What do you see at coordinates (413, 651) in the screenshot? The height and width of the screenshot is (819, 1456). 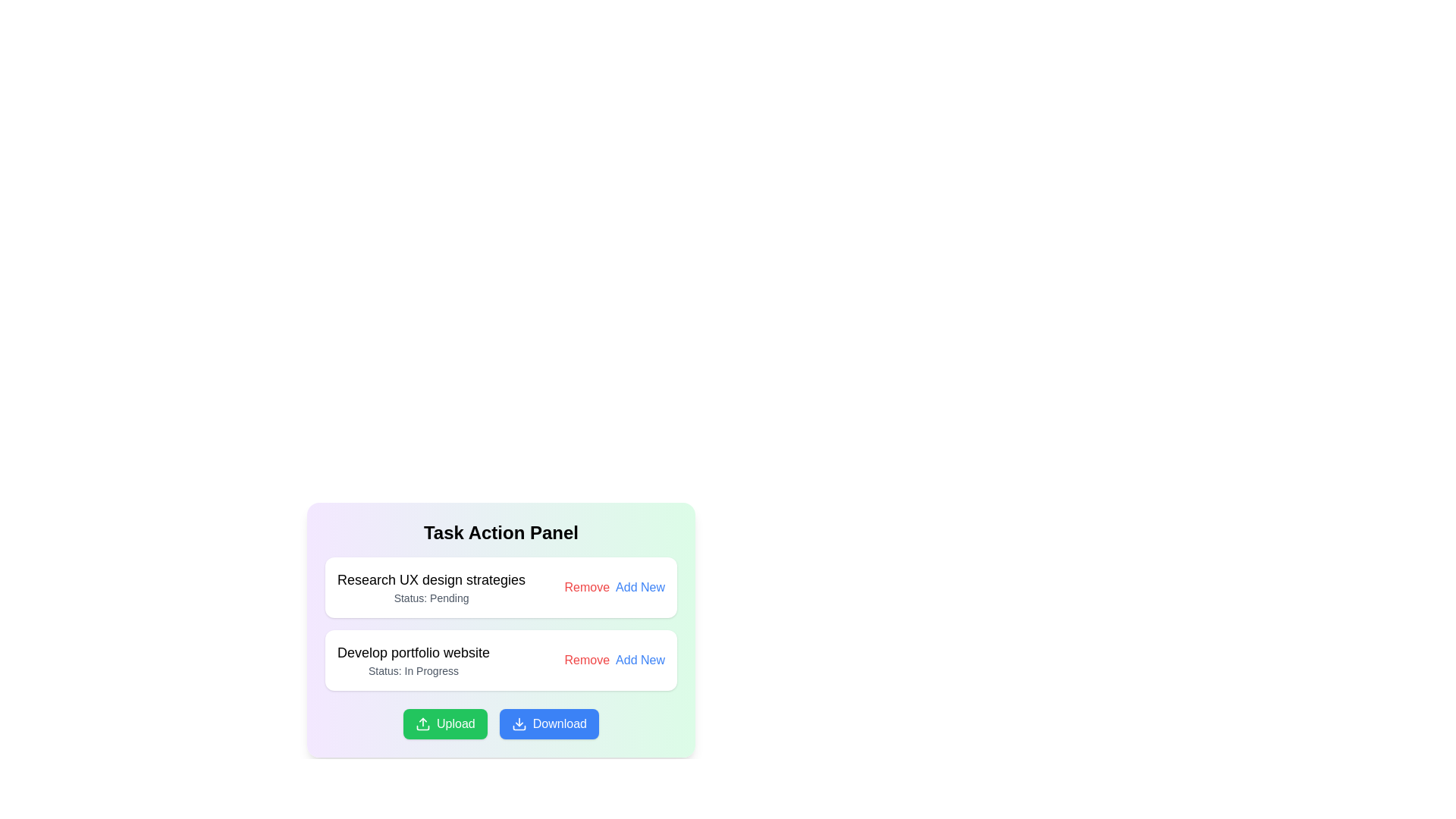 I see `the static text label for the second task in the task management interface, located below 'Task Action Panel' and above 'Status: In Progress'` at bounding box center [413, 651].